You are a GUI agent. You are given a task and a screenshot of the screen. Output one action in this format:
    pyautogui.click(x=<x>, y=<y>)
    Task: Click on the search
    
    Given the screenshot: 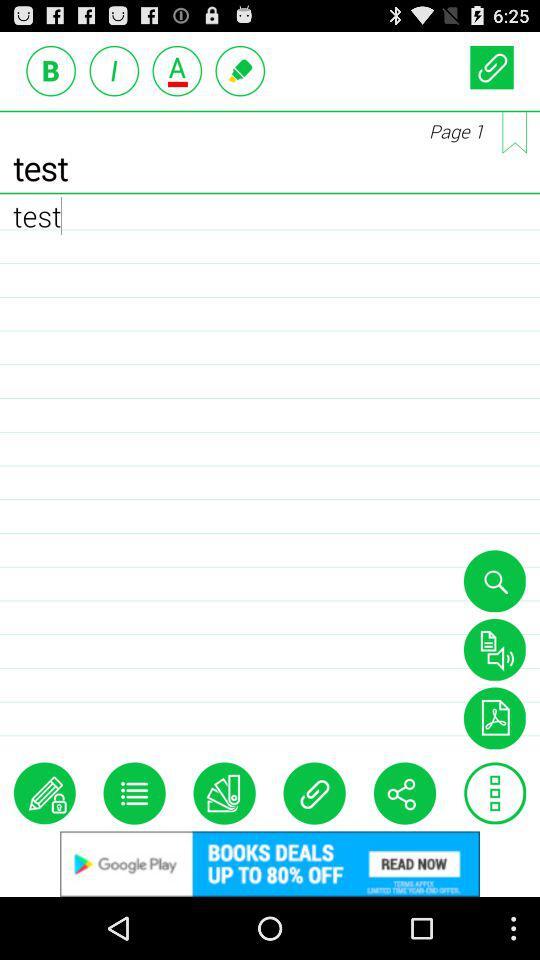 What is the action you would take?
    pyautogui.click(x=493, y=581)
    